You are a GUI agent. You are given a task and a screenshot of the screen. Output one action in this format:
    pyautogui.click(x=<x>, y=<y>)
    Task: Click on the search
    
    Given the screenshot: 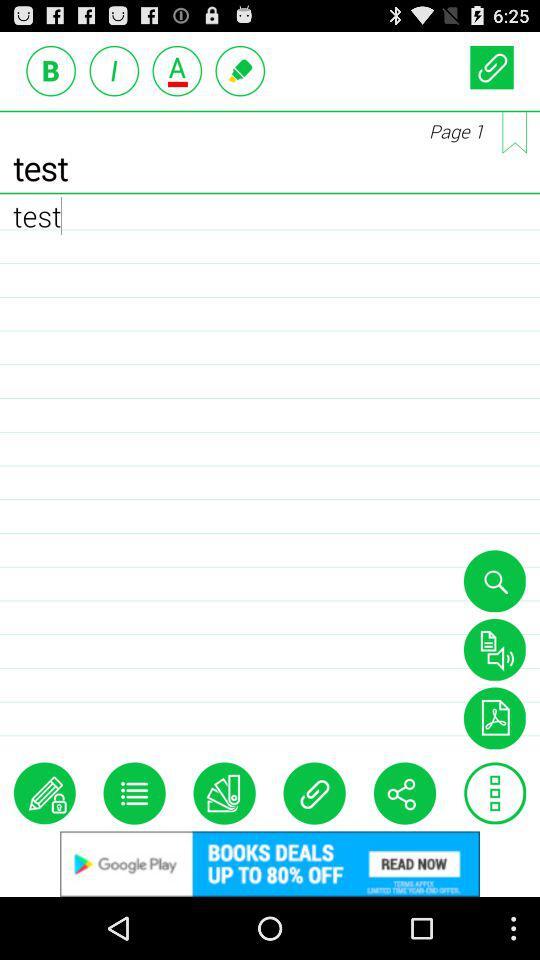 What is the action you would take?
    pyautogui.click(x=493, y=581)
    